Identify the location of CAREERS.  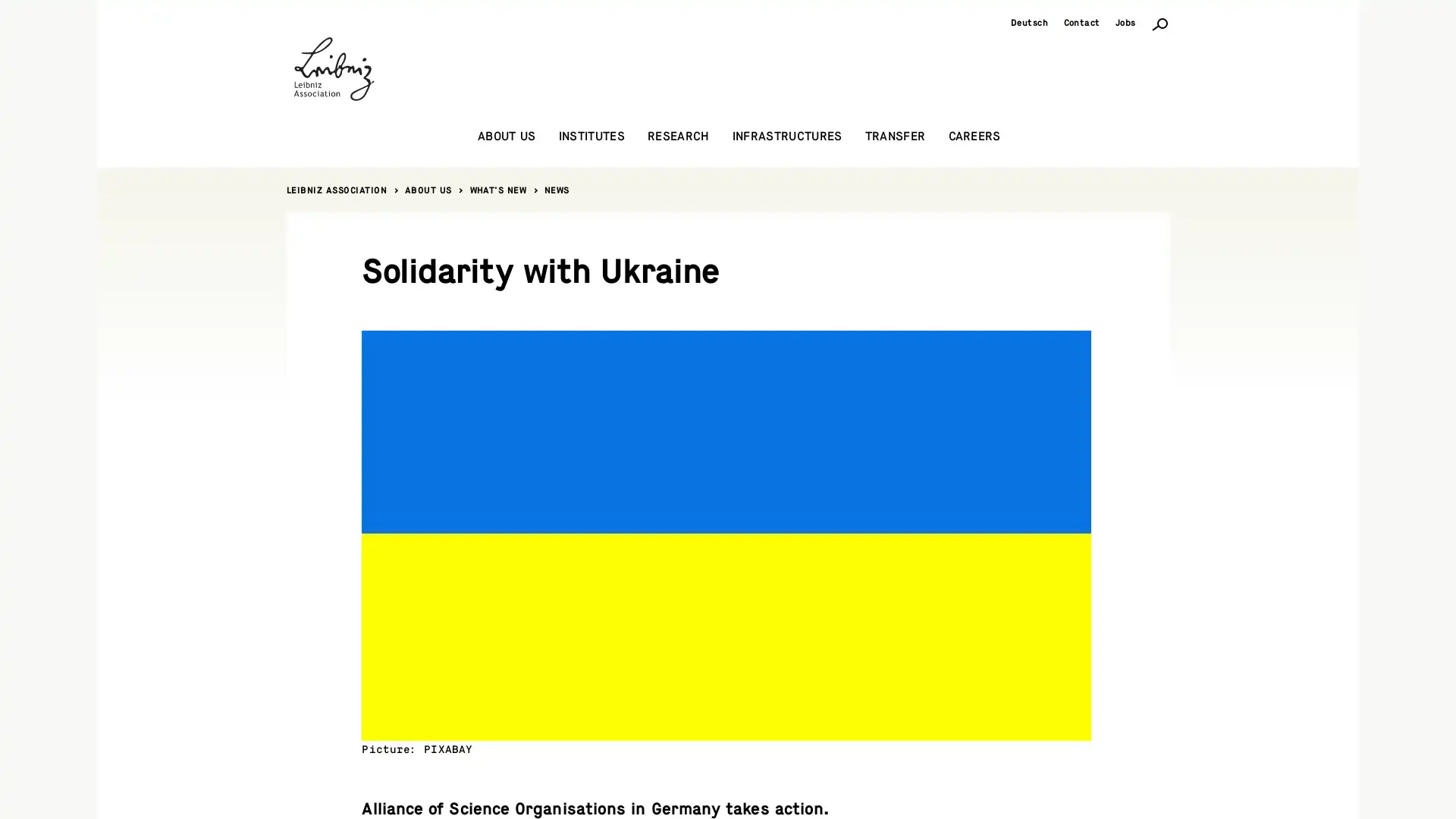
(974, 136).